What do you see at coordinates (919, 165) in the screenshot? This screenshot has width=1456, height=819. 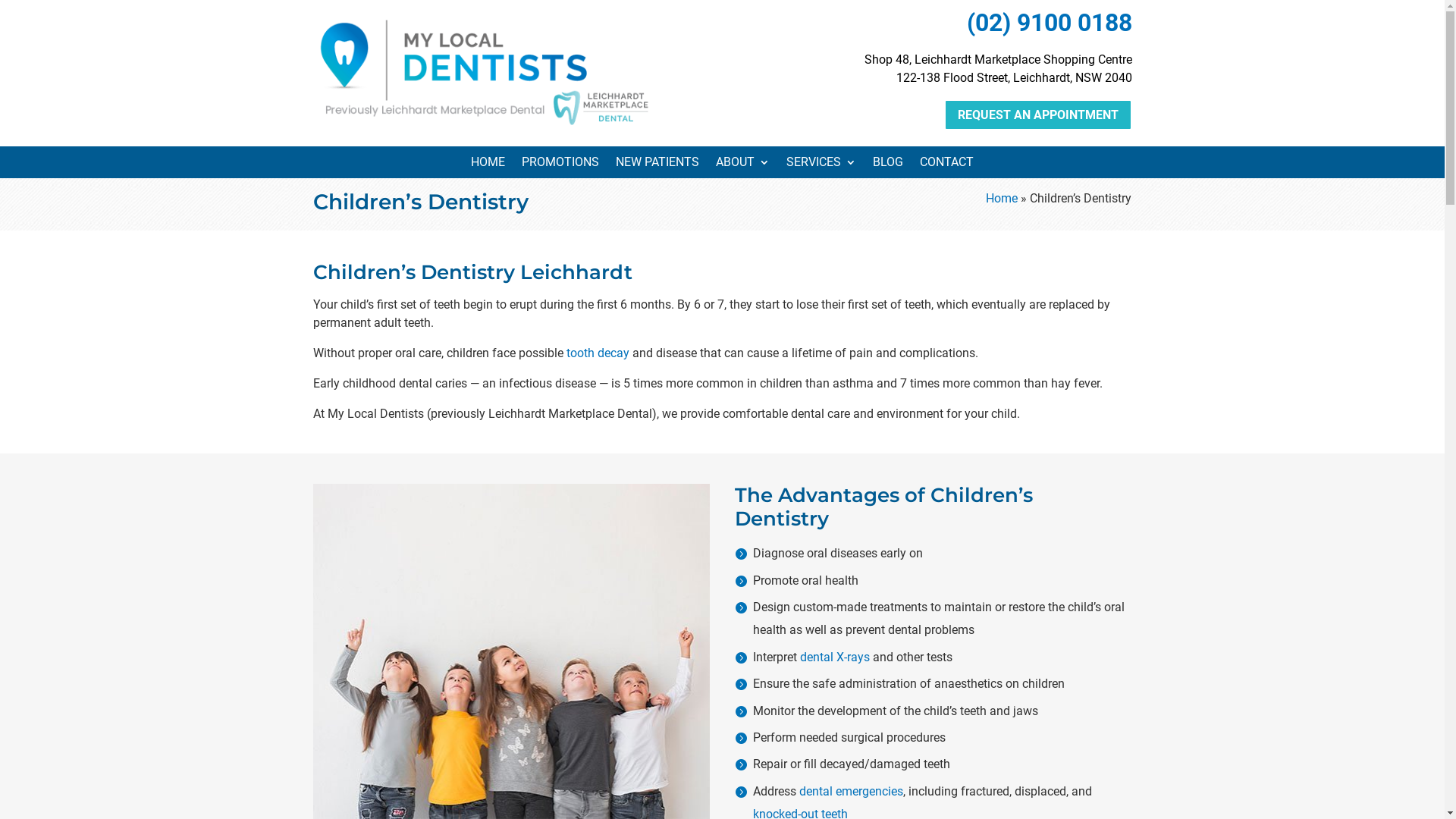 I see `'CONTACT'` at bounding box center [919, 165].